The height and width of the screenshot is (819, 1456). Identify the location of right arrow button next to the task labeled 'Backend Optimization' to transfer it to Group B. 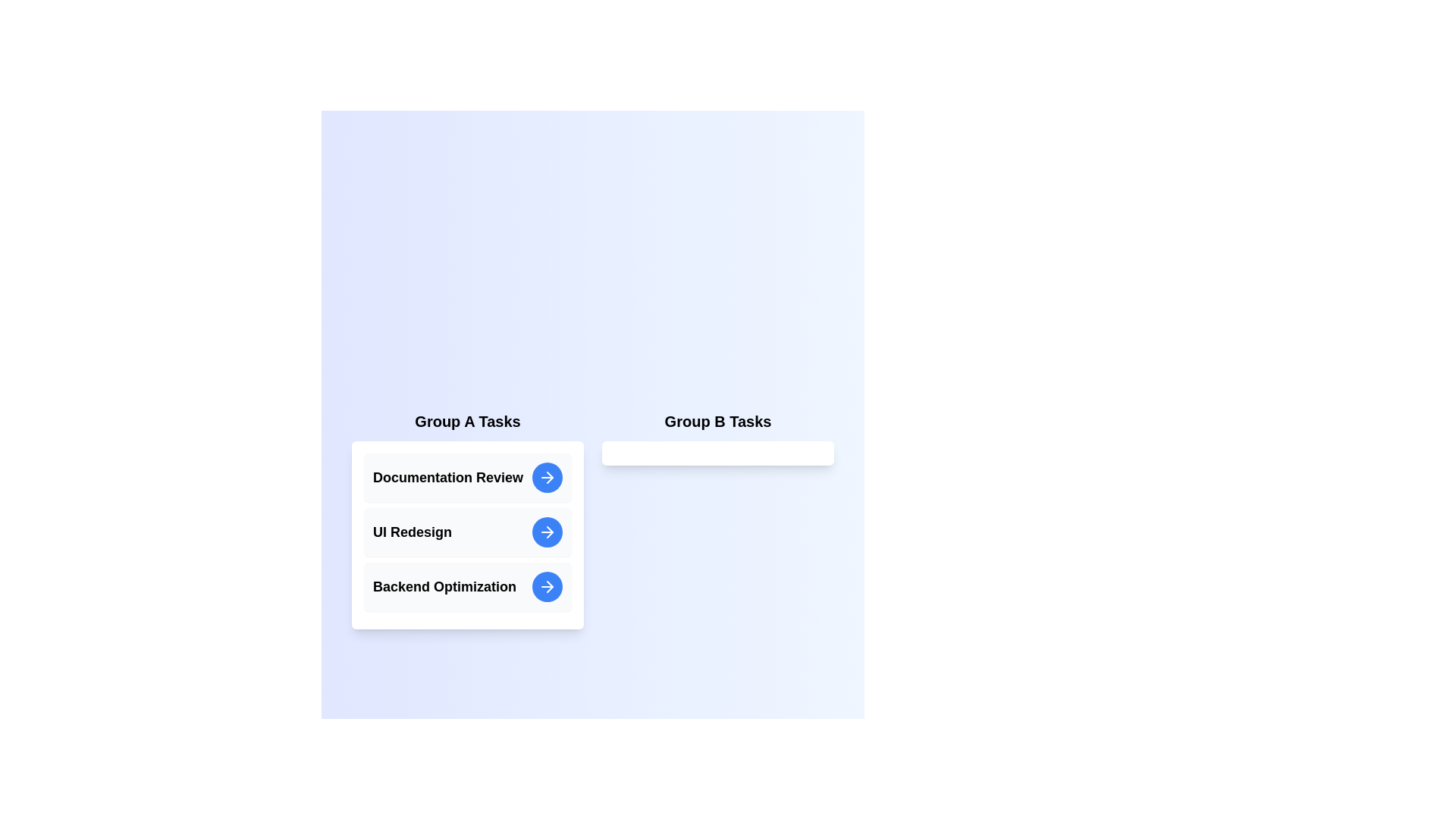
(546, 586).